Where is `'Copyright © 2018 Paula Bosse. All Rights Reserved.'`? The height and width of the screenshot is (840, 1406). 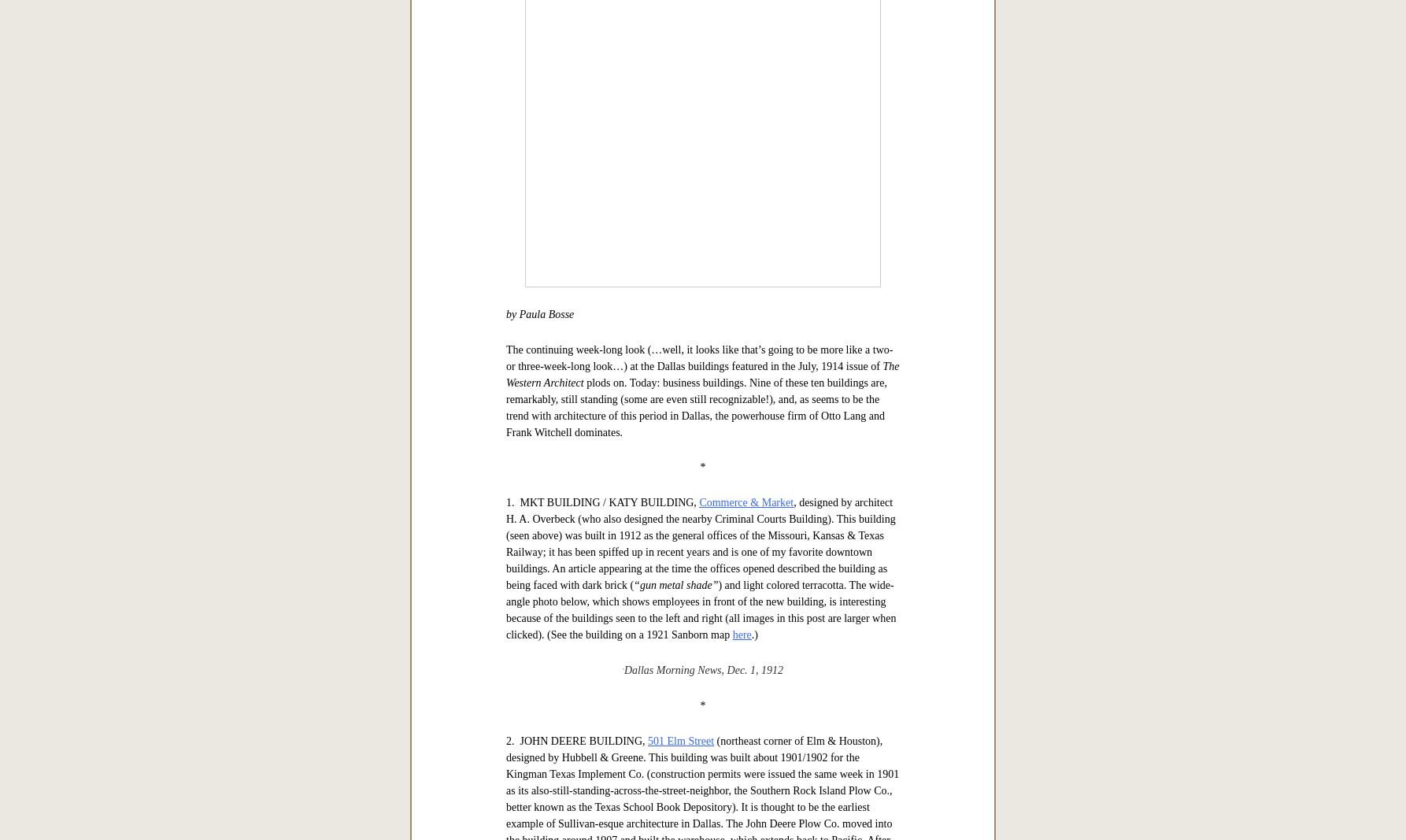
'Copyright © 2018 Paula Bosse. All Rights Reserved.' is located at coordinates (586, 111).